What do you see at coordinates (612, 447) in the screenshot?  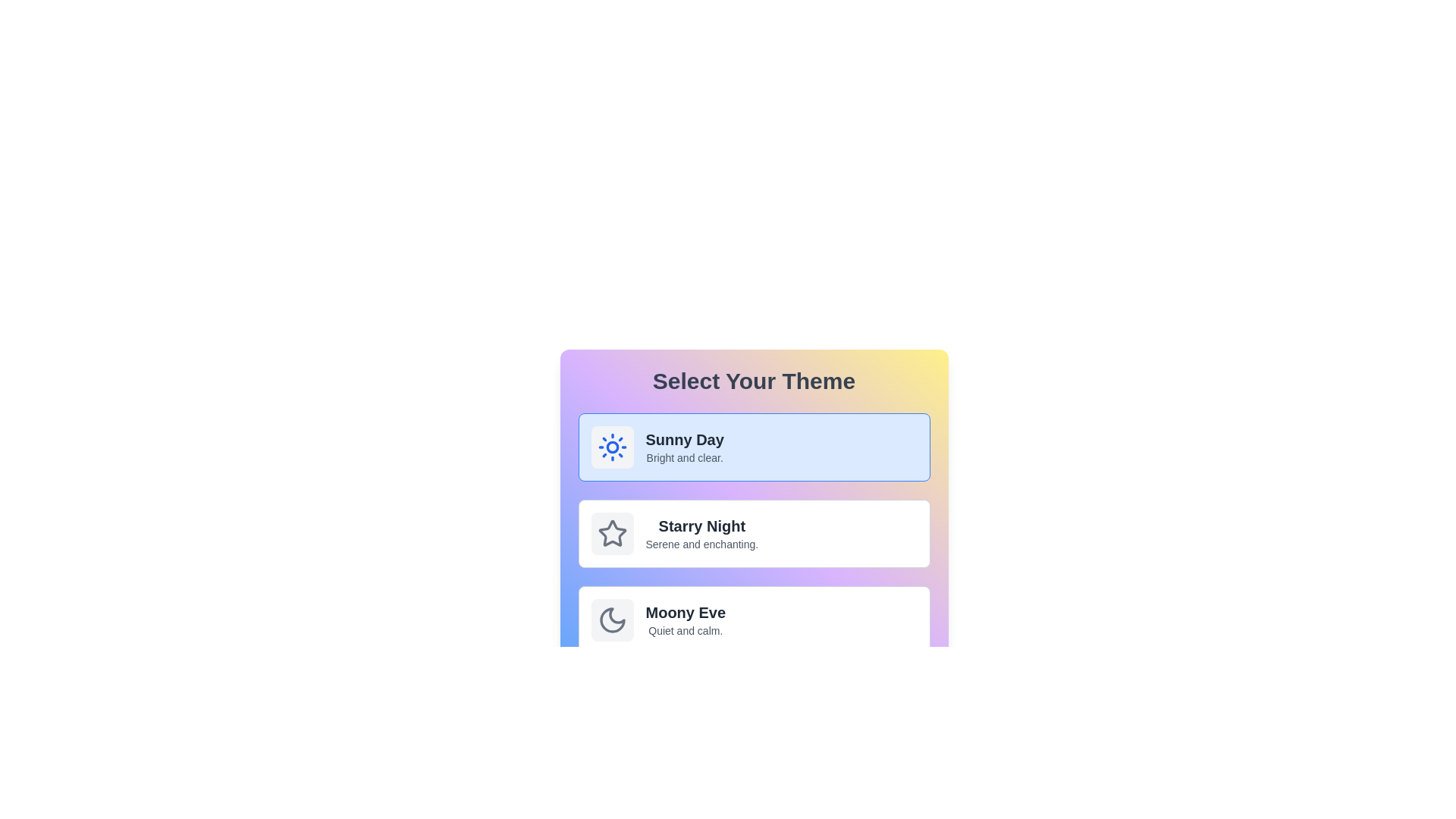 I see `the sunny theme icon, which indicates the 'Sunny Day' option and is located at the beginning of the list of themes, above the text description 'Bright and clear.'` at bounding box center [612, 447].